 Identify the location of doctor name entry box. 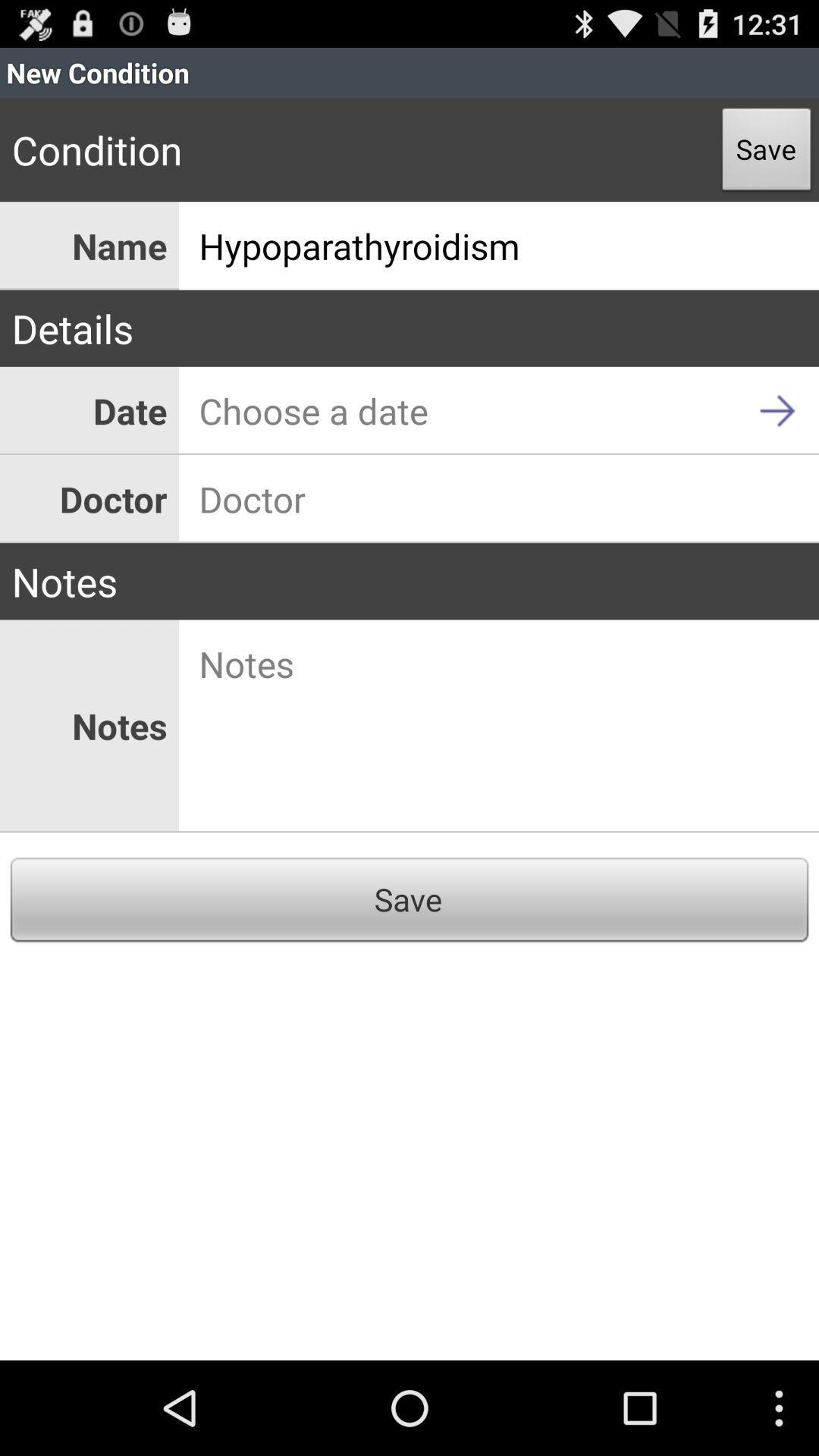
(499, 499).